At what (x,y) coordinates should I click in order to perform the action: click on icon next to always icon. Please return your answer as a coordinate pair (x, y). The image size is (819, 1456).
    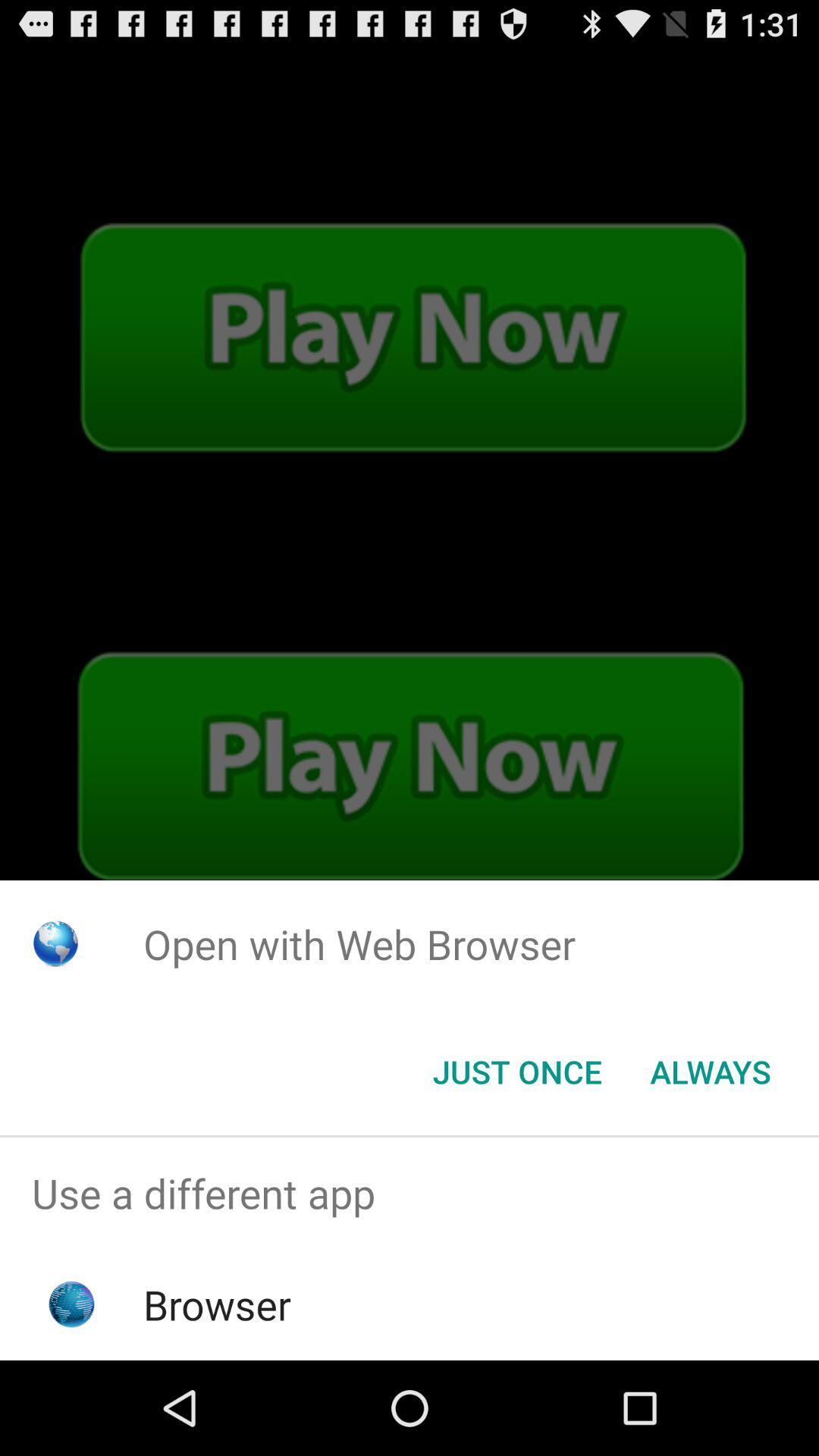
    Looking at the image, I should click on (516, 1070).